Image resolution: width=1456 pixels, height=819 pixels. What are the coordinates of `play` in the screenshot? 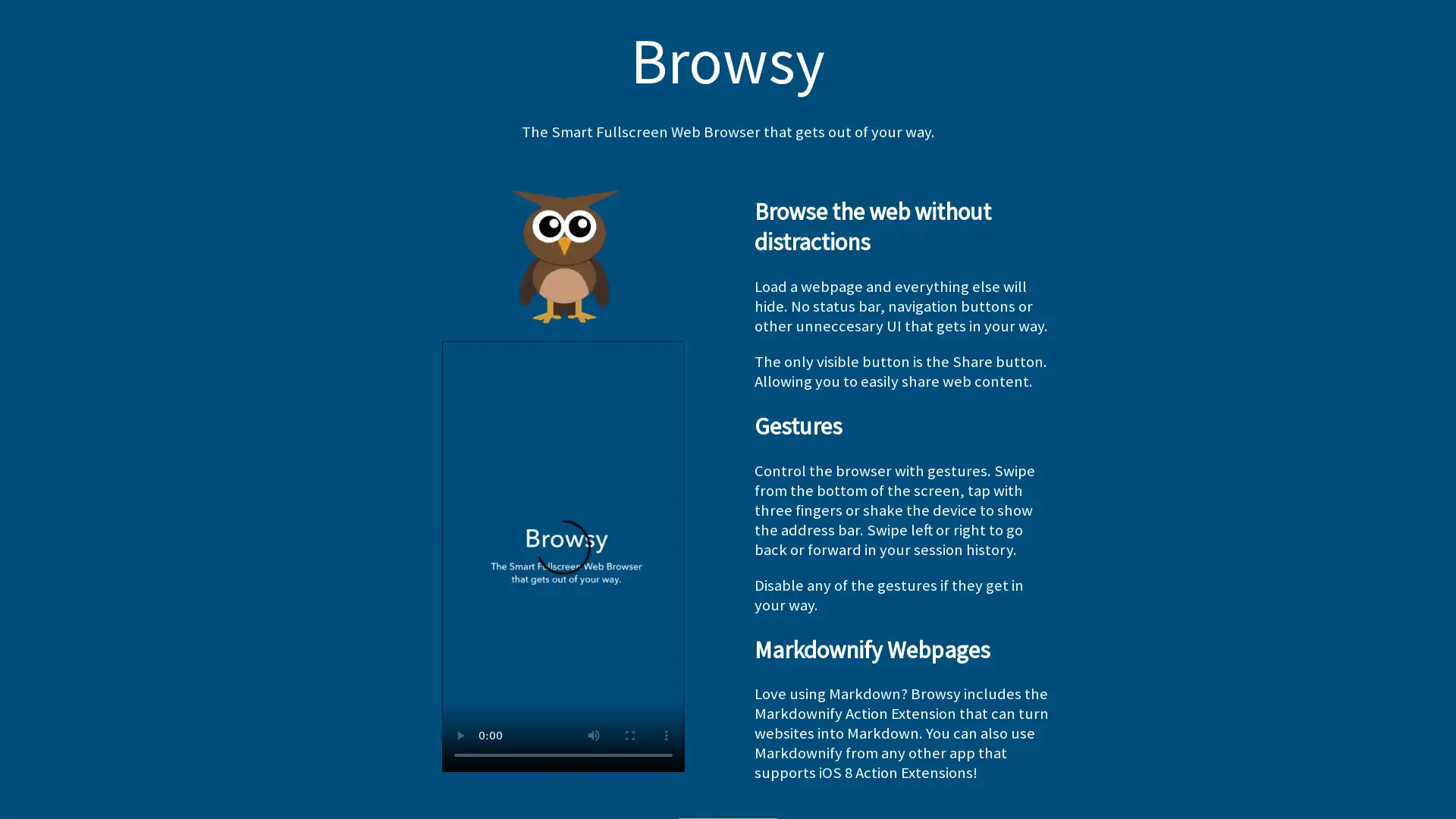 It's located at (458, 733).